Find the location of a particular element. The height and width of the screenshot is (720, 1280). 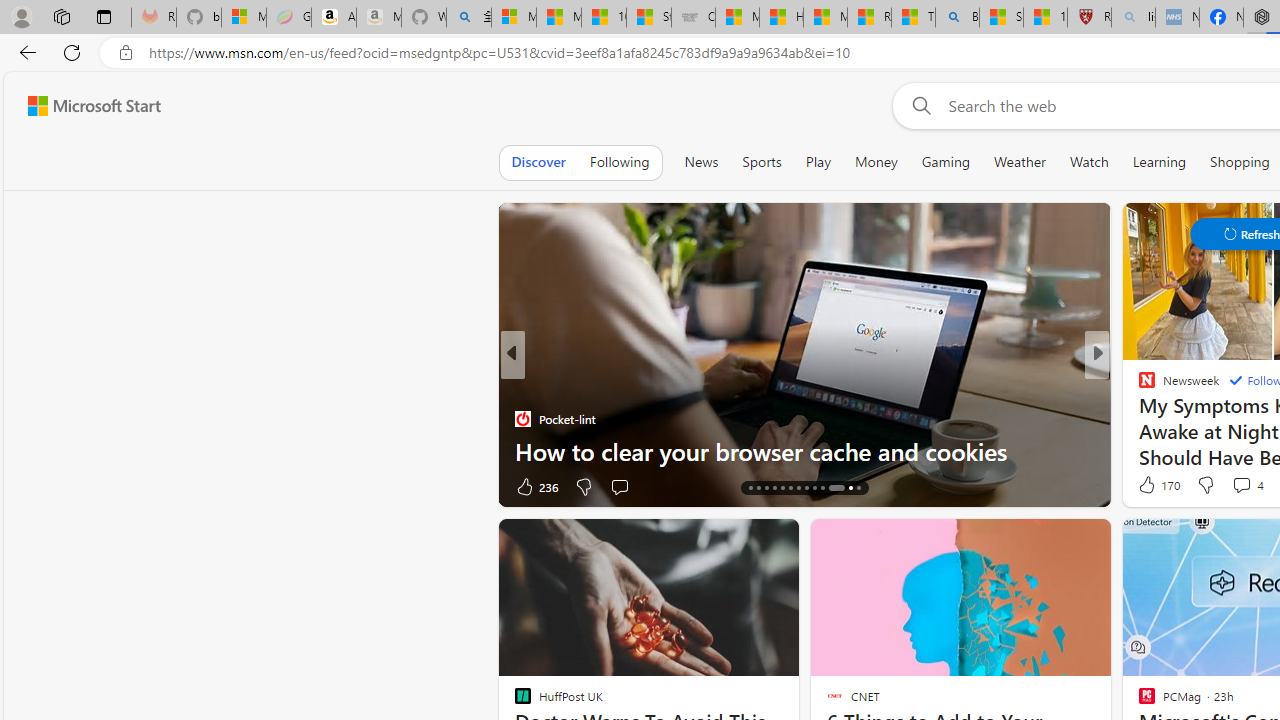

'View comments 4 Comment' is located at coordinates (1240, 485).